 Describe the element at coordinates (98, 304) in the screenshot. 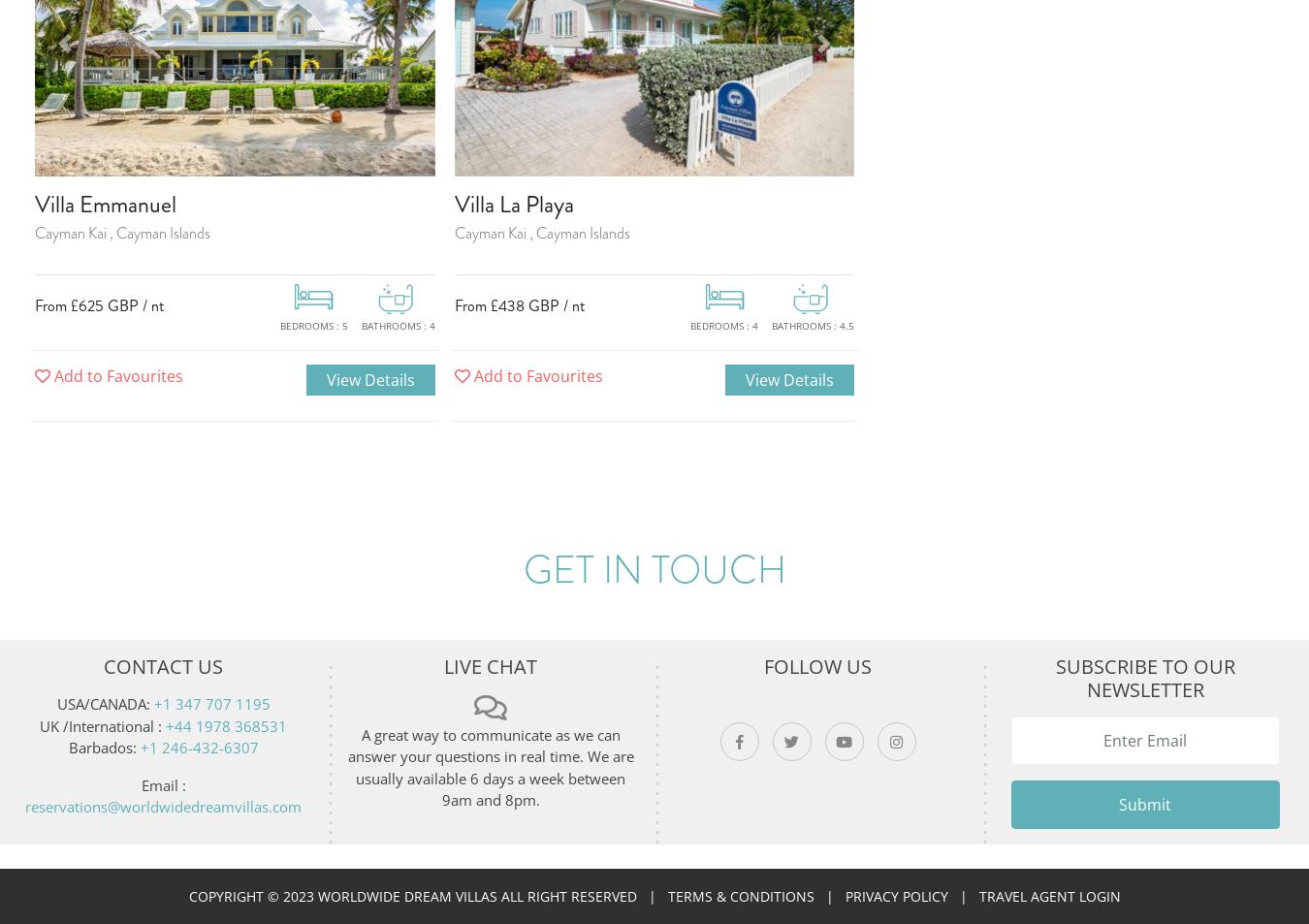

I see `'From £625 GBP / nt'` at that location.